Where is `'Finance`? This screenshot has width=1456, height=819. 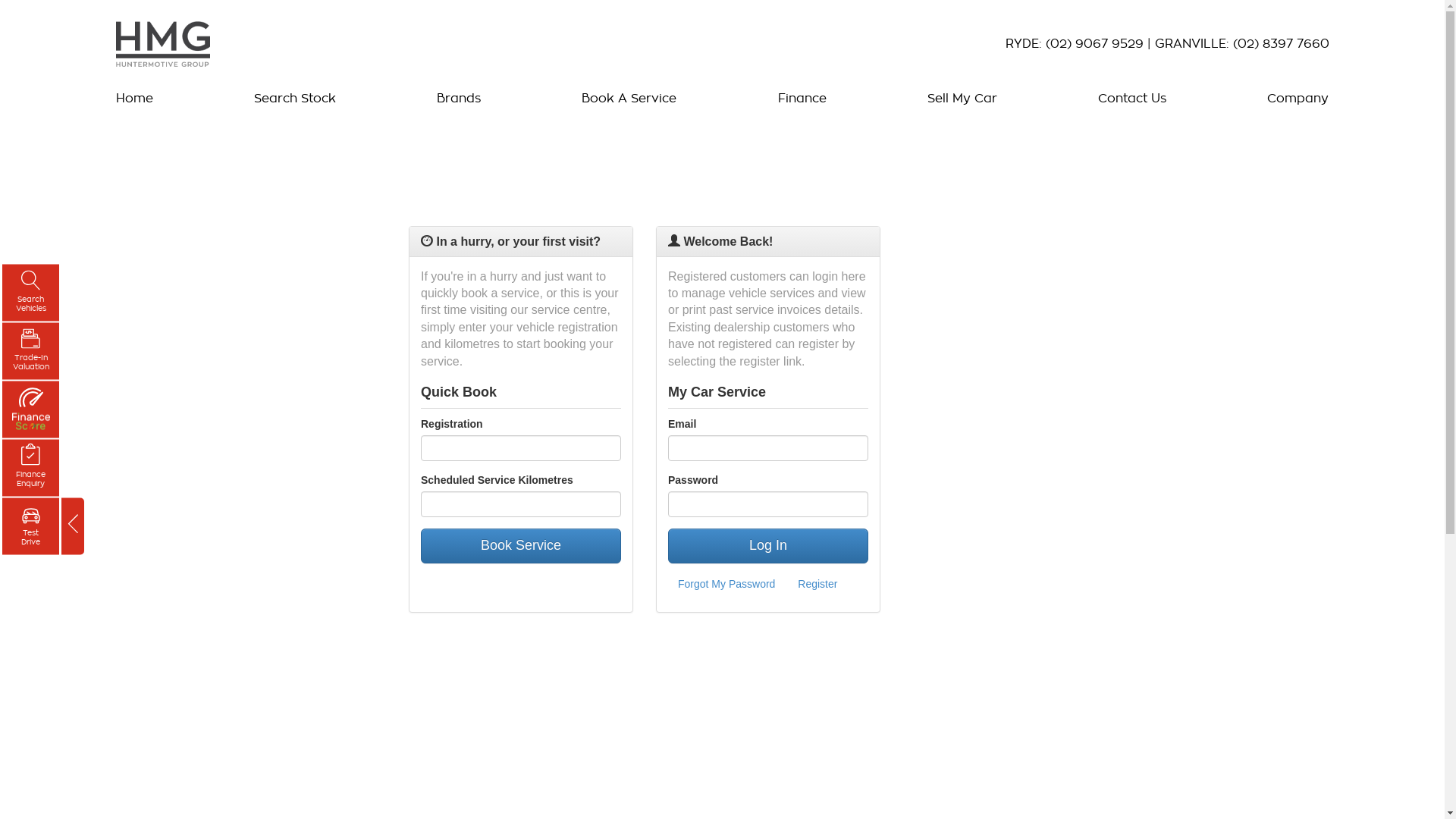 'Finance is located at coordinates (2, 467).